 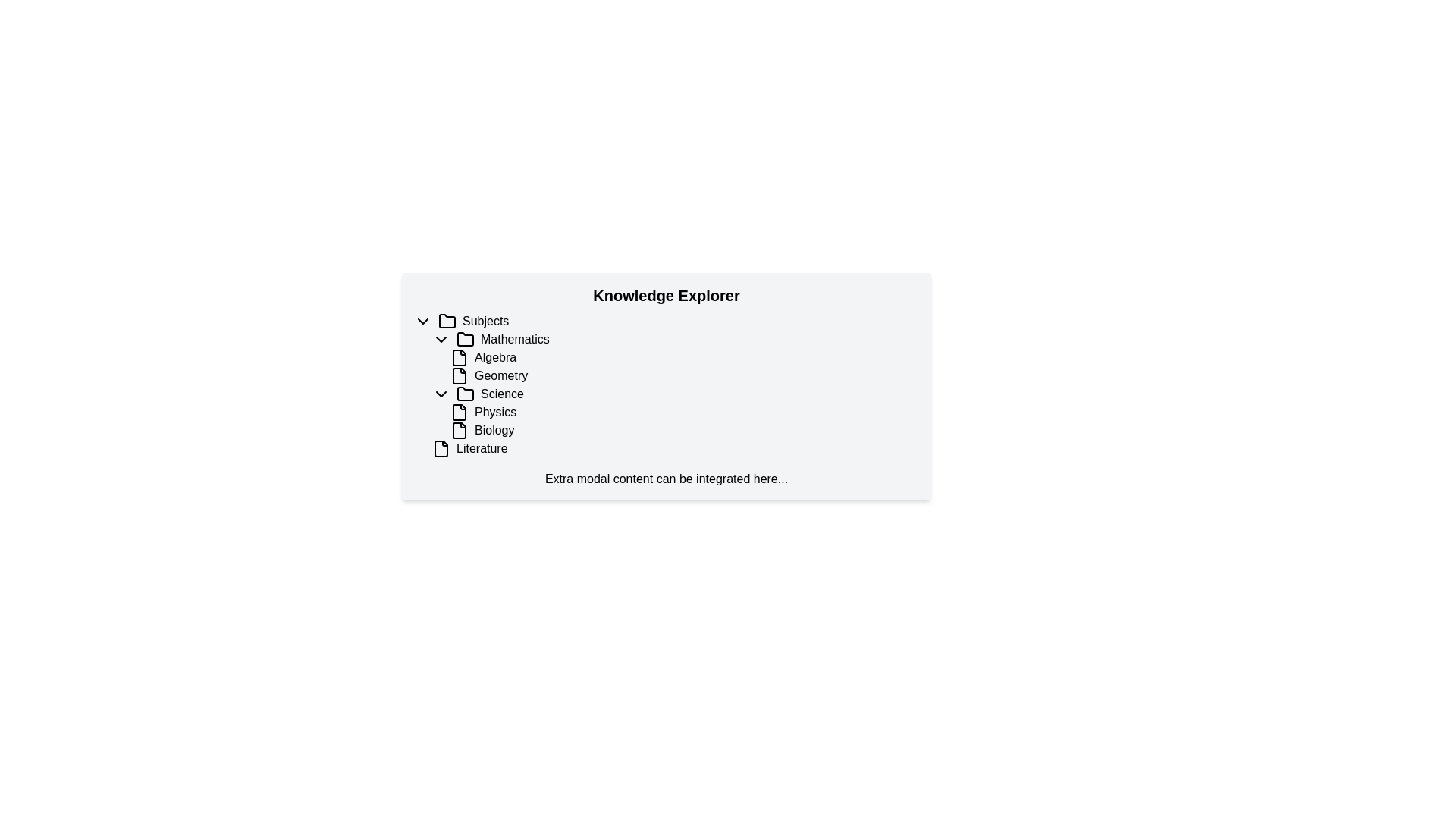 I want to click on the Folder icon located in the 'Science' category under the 'Knowledge Explorer' heading, which is designed to resemble an open folder with a thin black outline, so click(x=465, y=393).